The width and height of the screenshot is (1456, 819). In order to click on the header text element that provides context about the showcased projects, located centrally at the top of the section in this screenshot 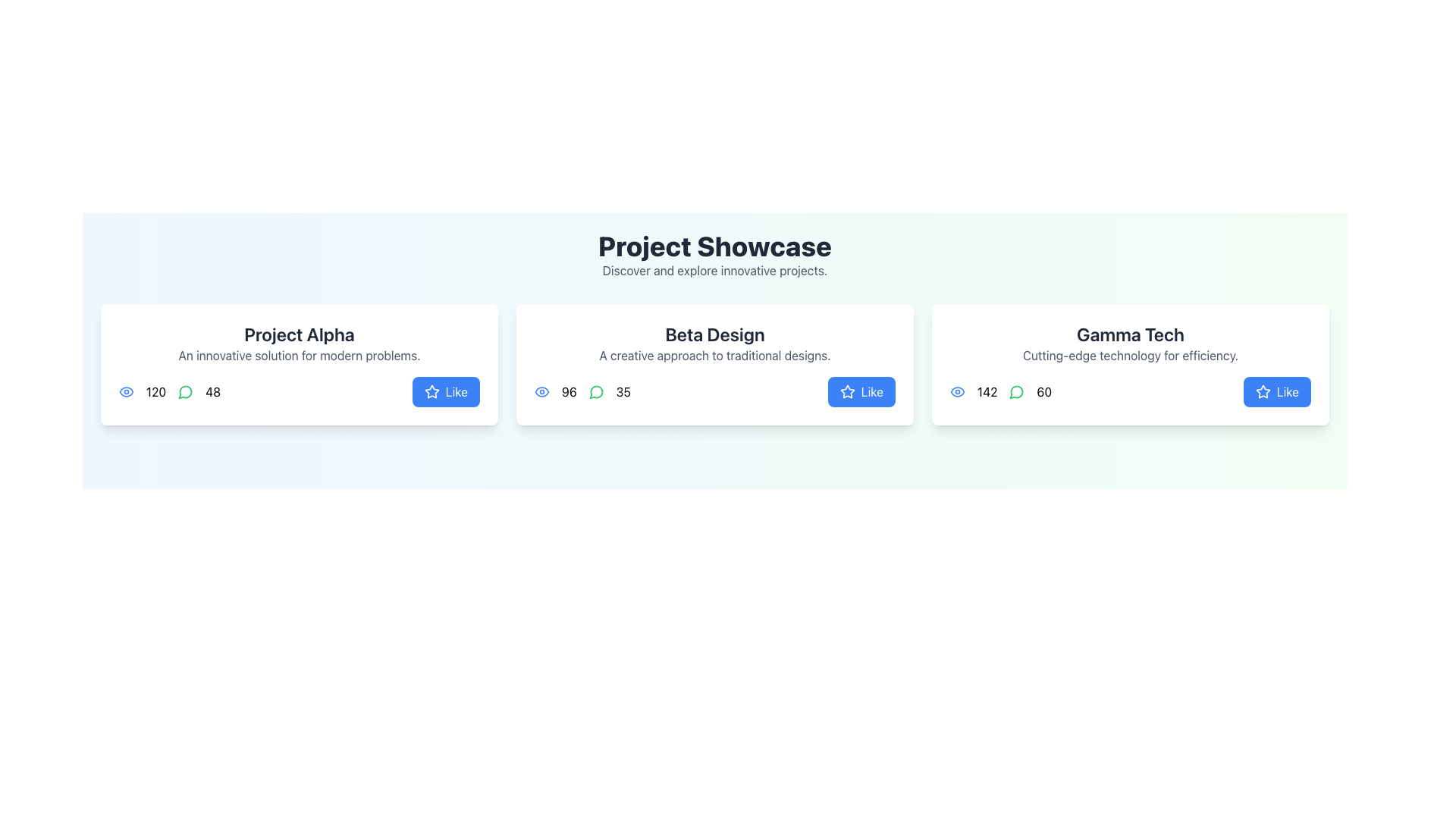, I will do `click(714, 245)`.